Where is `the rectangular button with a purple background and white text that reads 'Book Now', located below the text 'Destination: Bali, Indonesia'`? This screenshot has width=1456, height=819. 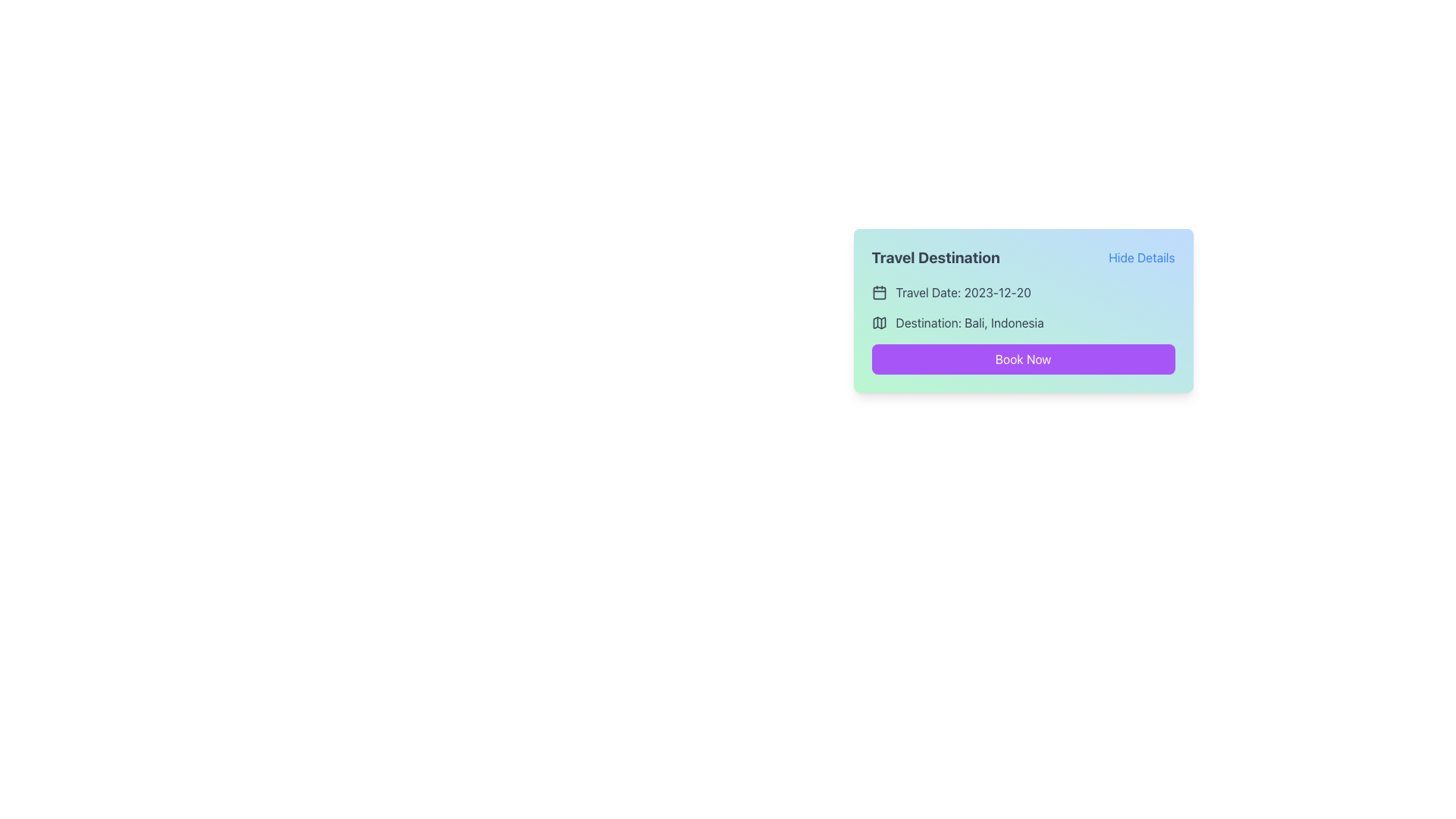
the rectangular button with a purple background and white text that reads 'Book Now', located below the text 'Destination: Bali, Indonesia' is located at coordinates (1023, 359).